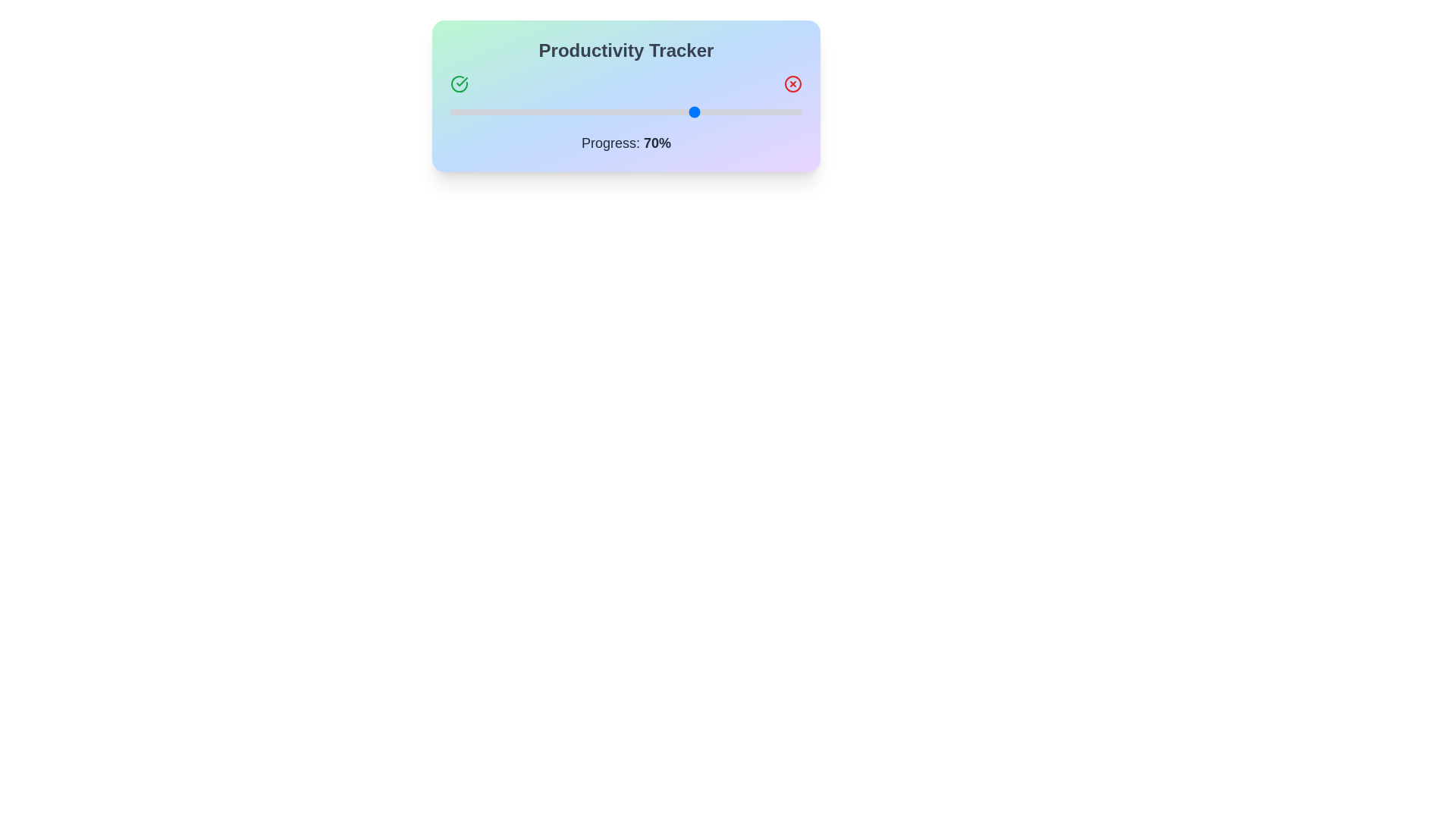 This screenshot has height=819, width=1456. Describe the element at coordinates (626, 49) in the screenshot. I see `the title text at the top center of the rounded rectangular card that indicates the purpose of tracking productivity` at that location.